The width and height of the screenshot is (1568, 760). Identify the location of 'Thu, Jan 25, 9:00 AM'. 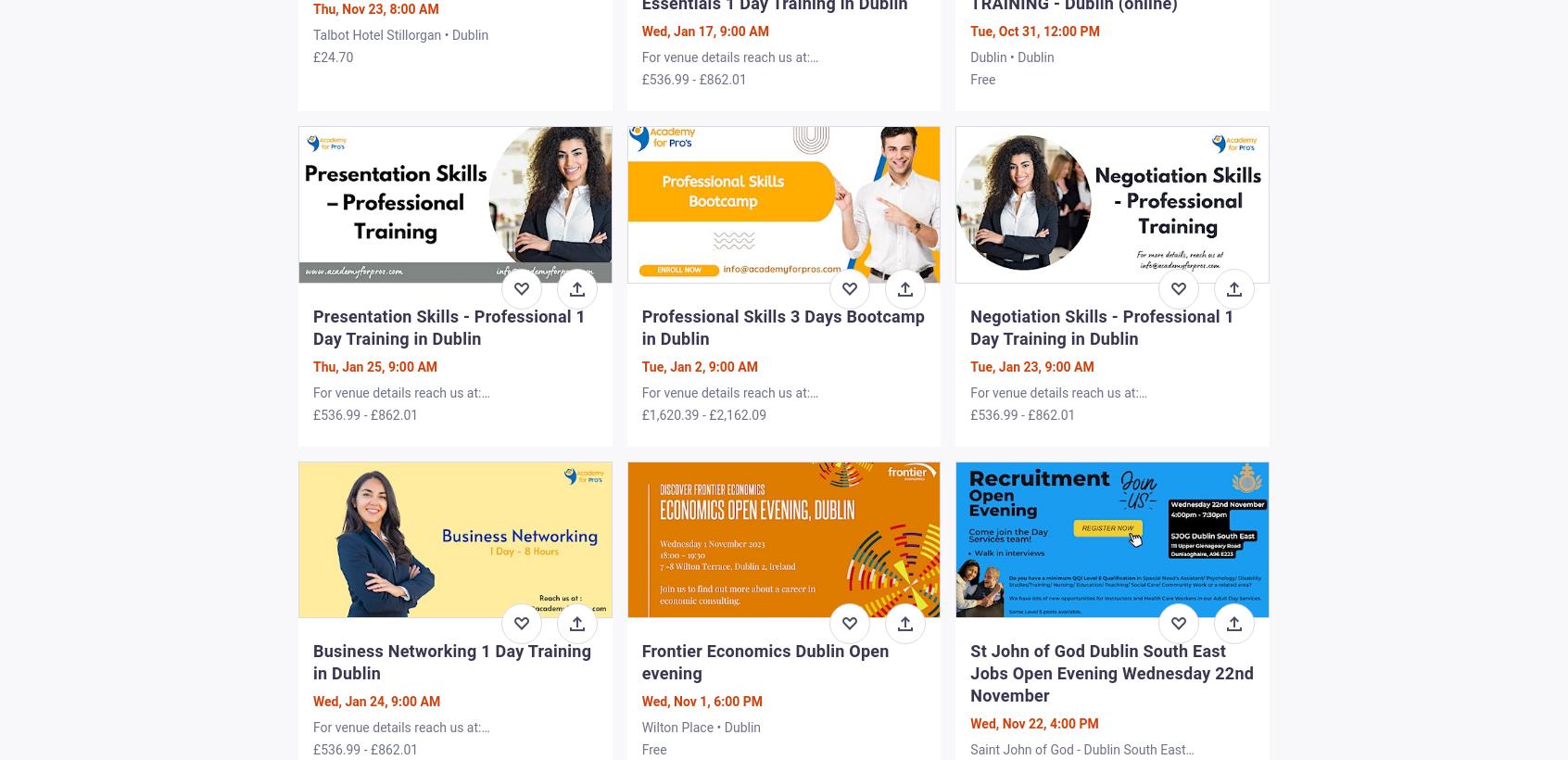
(375, 365).